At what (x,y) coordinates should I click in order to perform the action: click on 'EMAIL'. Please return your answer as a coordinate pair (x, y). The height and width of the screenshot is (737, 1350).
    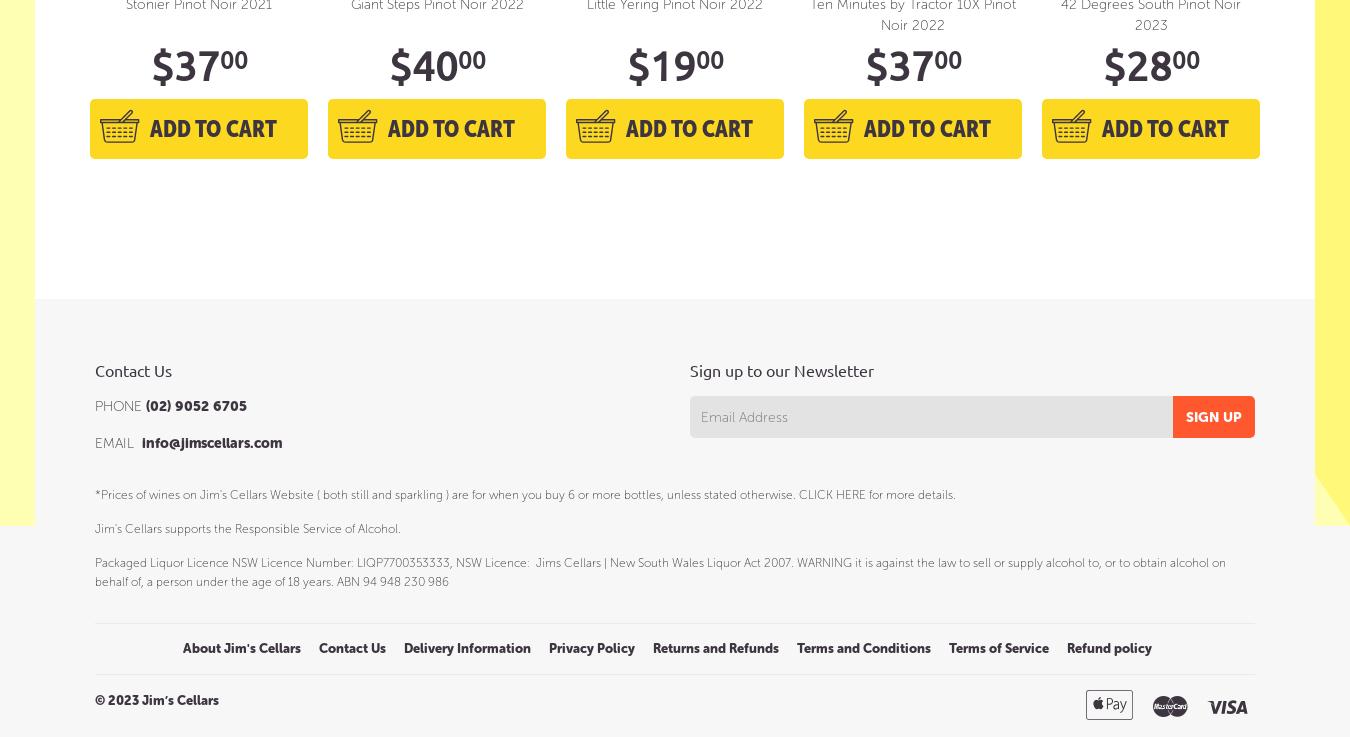
    Looking at the image, I should click on (118, 442).